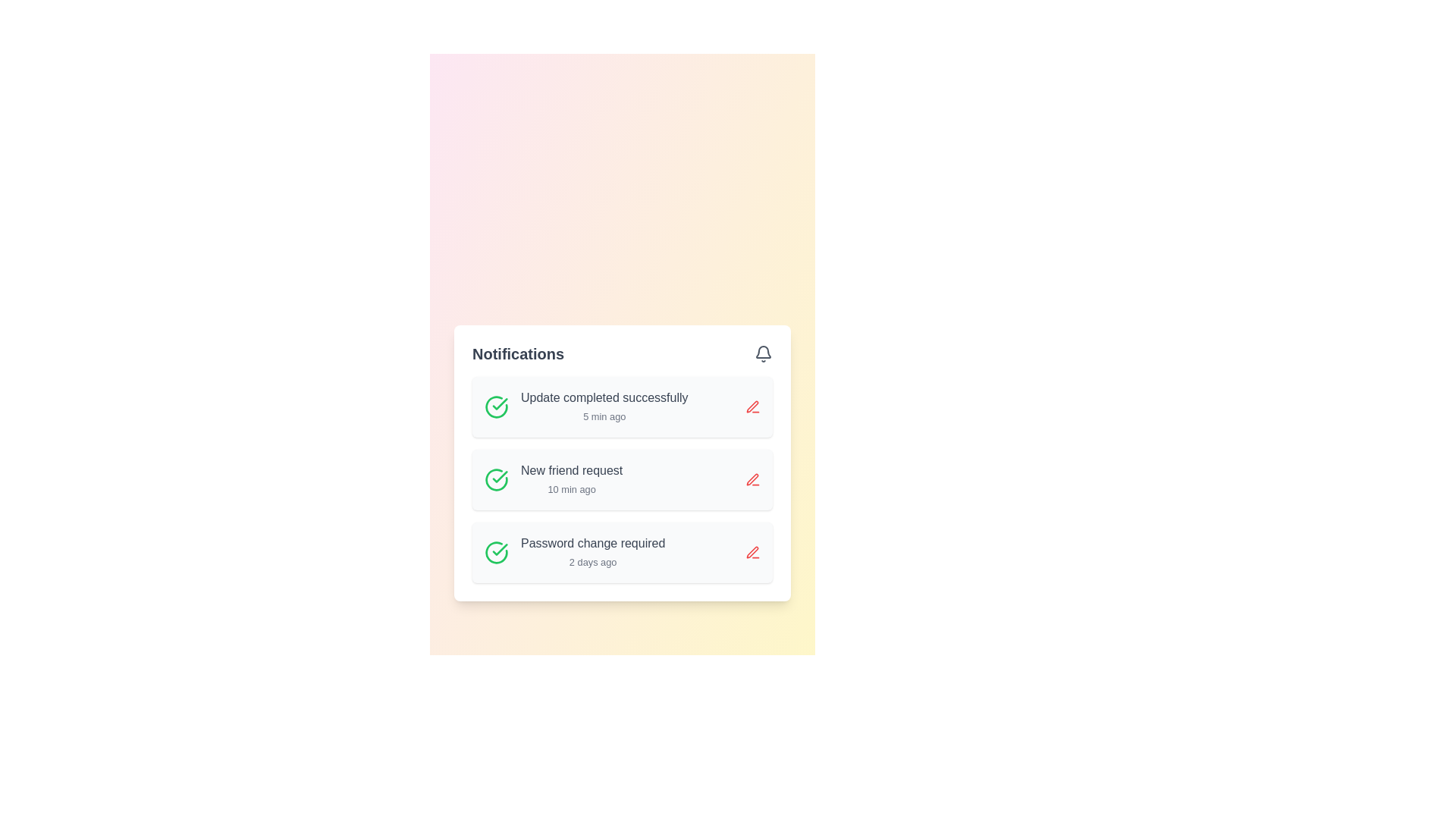  What do you see at coordinates (496, 406) in the screenshot?
I see `the circular green checkmark icon located at the top-left corner of the notification item titled 'Update completed successfully' with timestamp '5 min ago' for additional action` at bounding box center [496, 406].